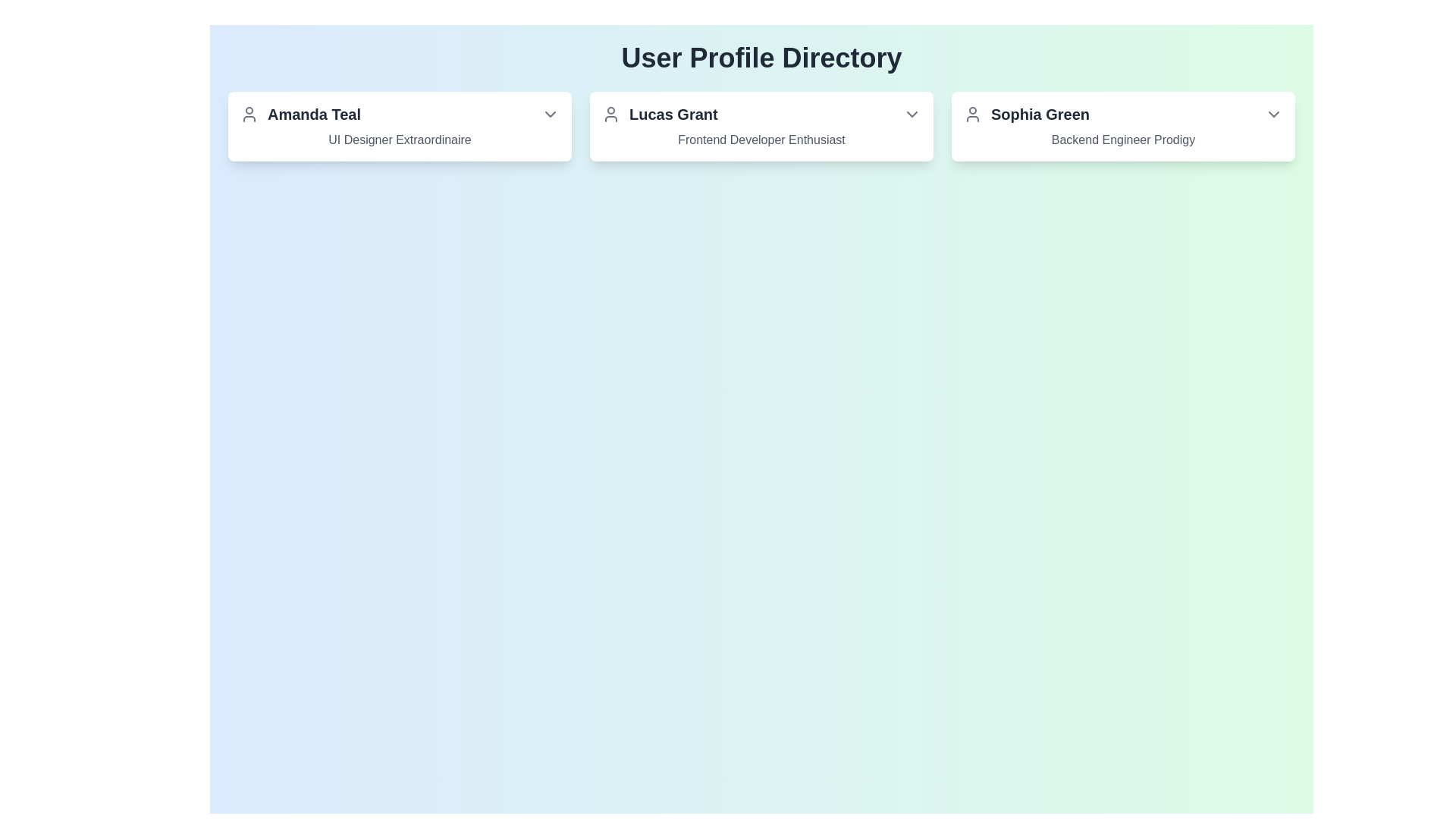 The image size is (1456, 819). I want to click on the dropdown toggle button icon located at the top right corner of the card associated with user 'Sophia Green', so click(1274, 113).